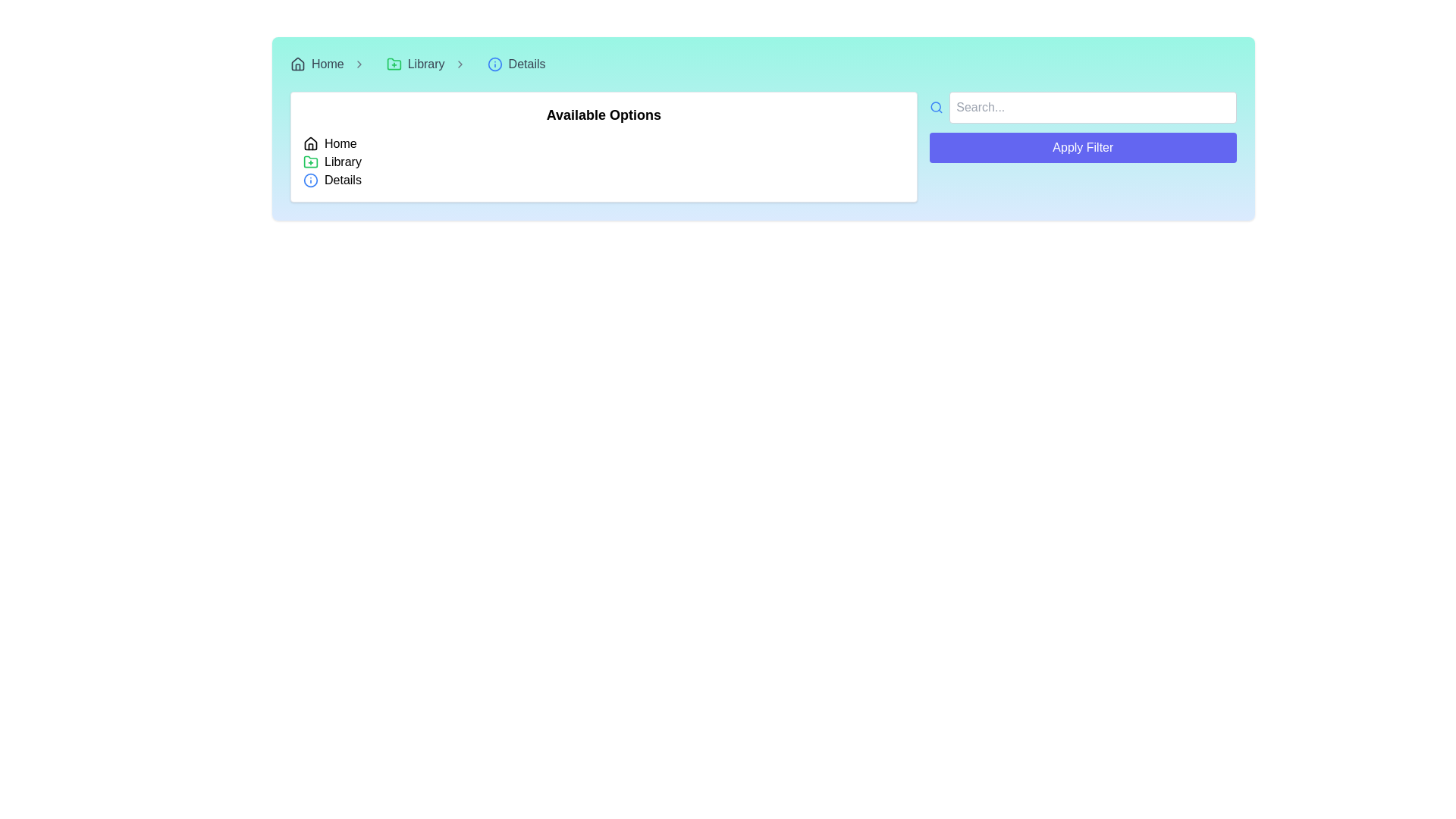 This screenshot has width=1456, height=819. Describe the element at coordinates (935, 106) in the screenshot. I see `the decorative circular element representing the lens part of the magnifying glass icon located to the left of the search input field in the top bar of the interface` at that location.